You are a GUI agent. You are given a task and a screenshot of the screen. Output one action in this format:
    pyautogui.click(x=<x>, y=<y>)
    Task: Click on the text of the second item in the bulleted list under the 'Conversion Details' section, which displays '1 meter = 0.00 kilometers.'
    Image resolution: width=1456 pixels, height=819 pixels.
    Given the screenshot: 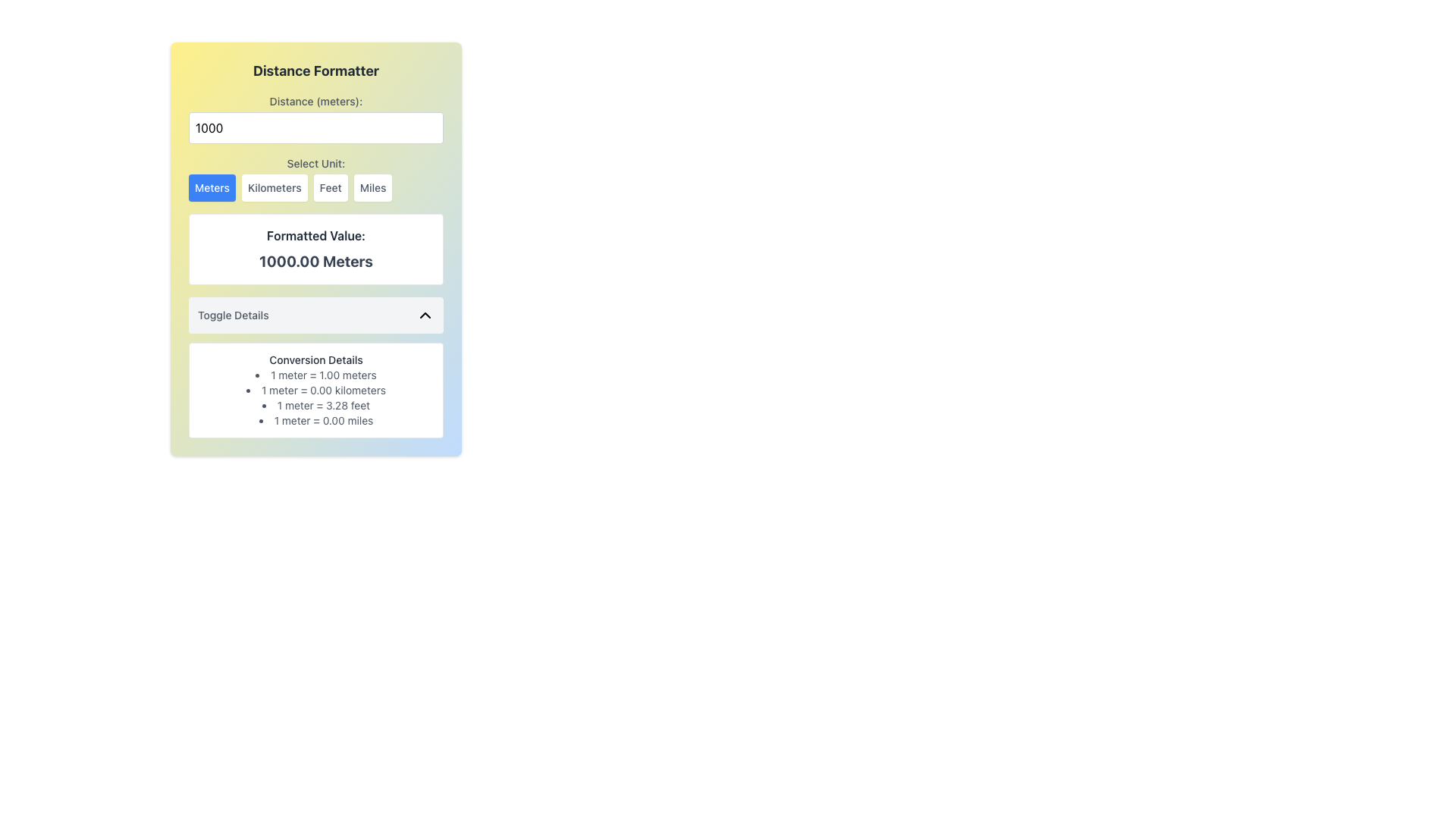 What is the action you would take?
    pyautogui.click(x=315, y=390)
    